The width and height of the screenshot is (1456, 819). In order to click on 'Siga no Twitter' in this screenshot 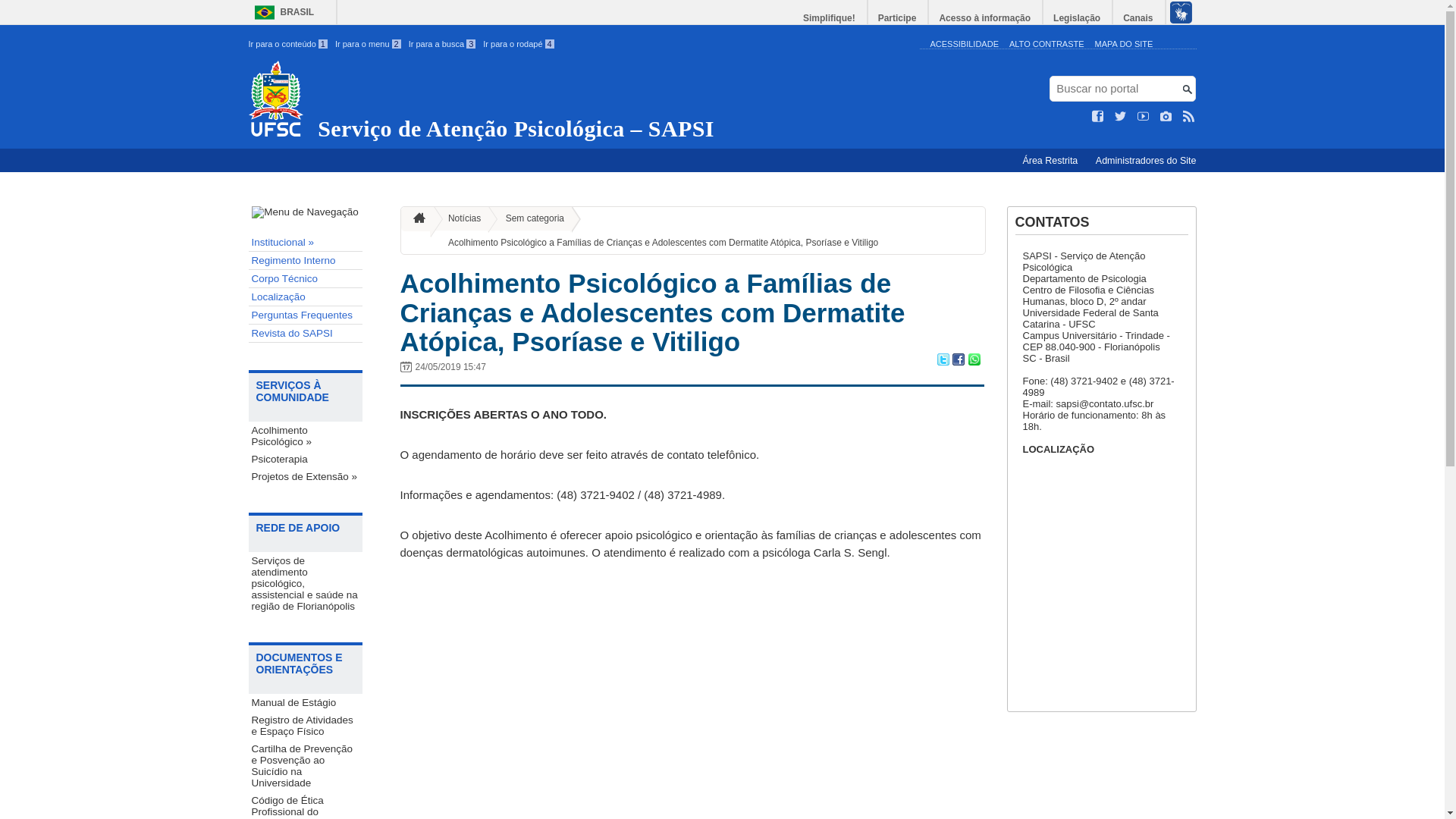, I will do `click(1121, 116)`.